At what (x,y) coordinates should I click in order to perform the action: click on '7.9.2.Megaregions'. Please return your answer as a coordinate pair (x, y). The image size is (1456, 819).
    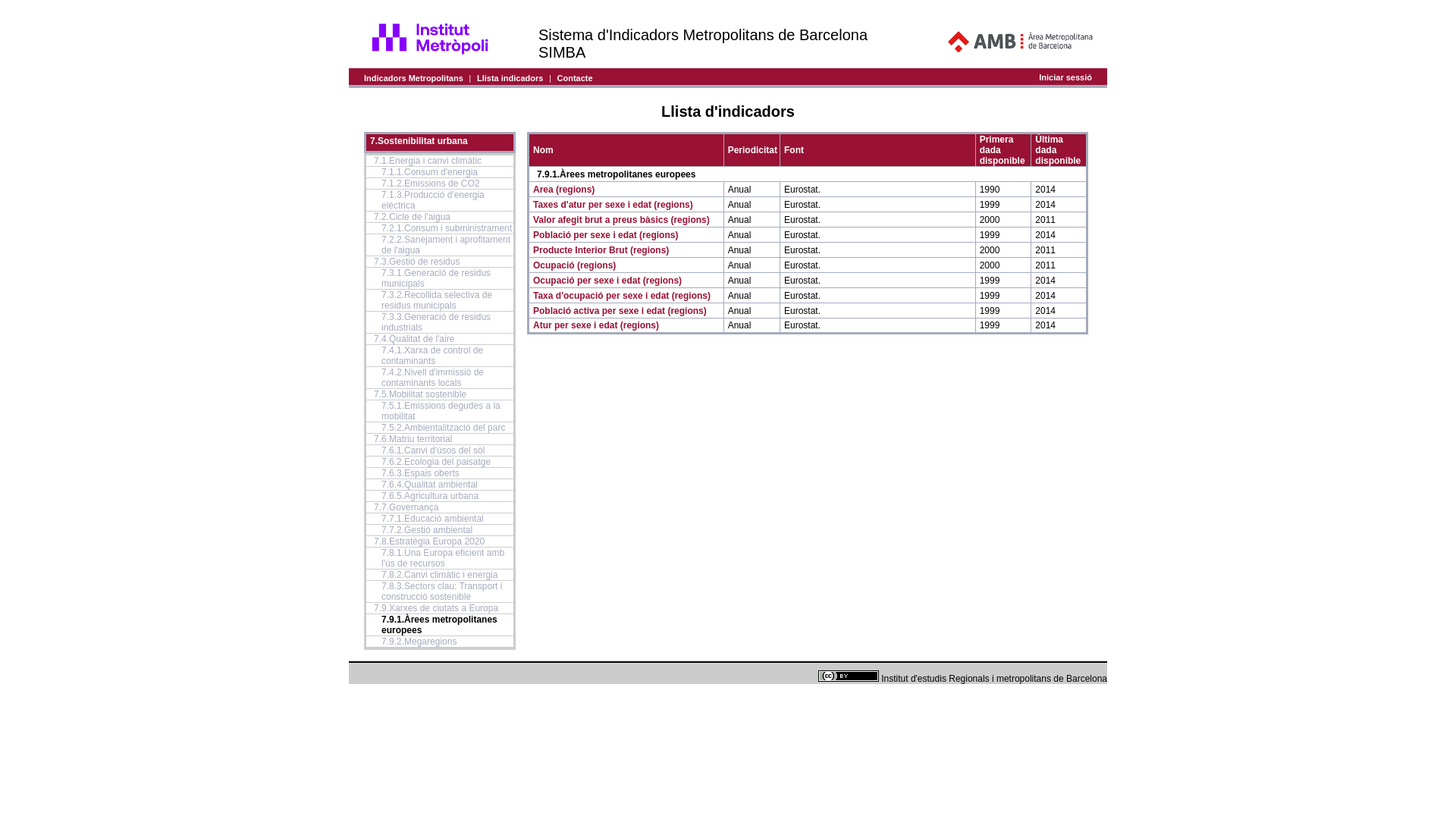
    Looking at the image, I should click on (419, 641).